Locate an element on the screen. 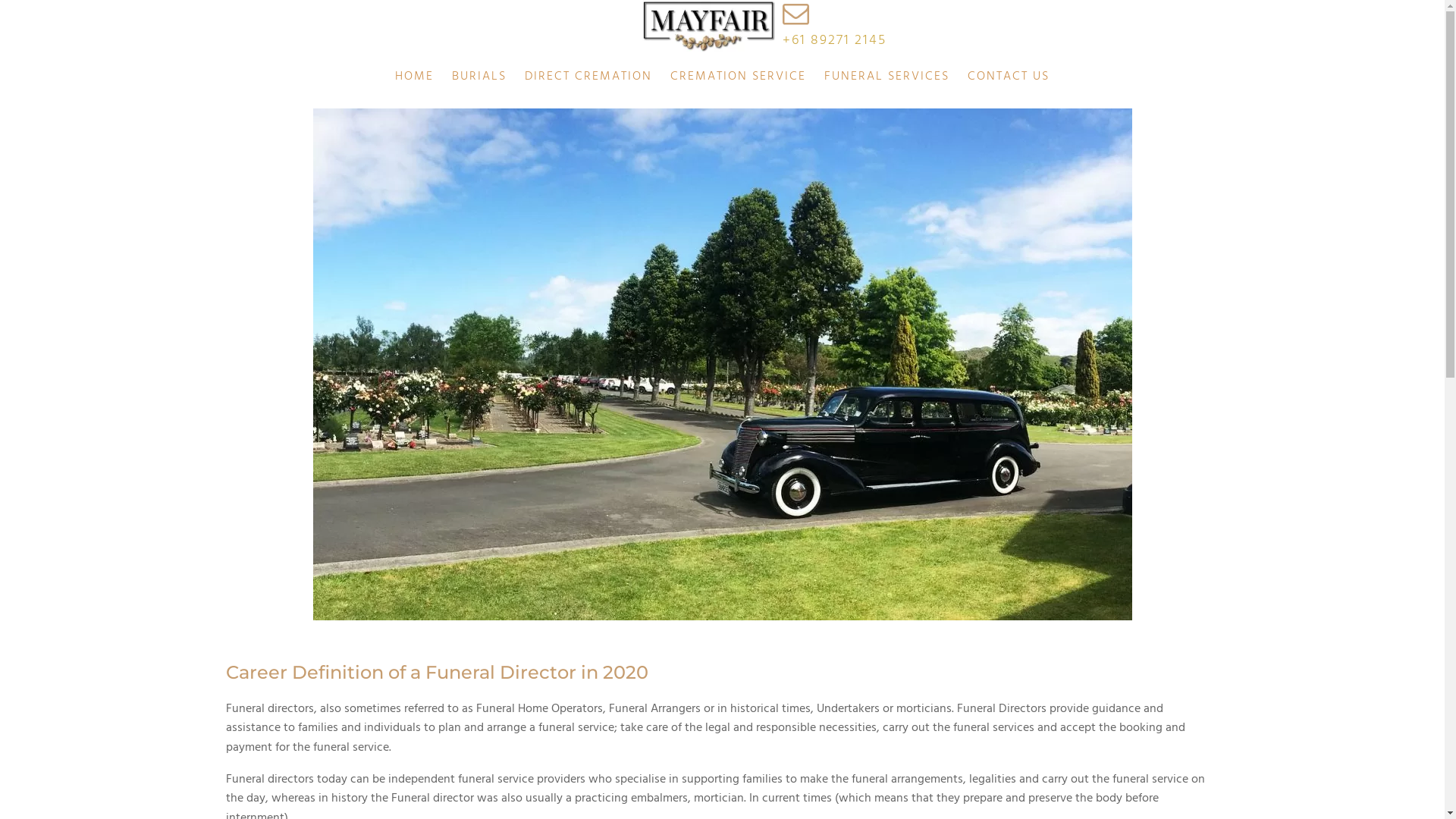 Image resolution: width=1456 pixels, height=819 pixels. 'CONTACT US' is located at coordinates (957, 77).